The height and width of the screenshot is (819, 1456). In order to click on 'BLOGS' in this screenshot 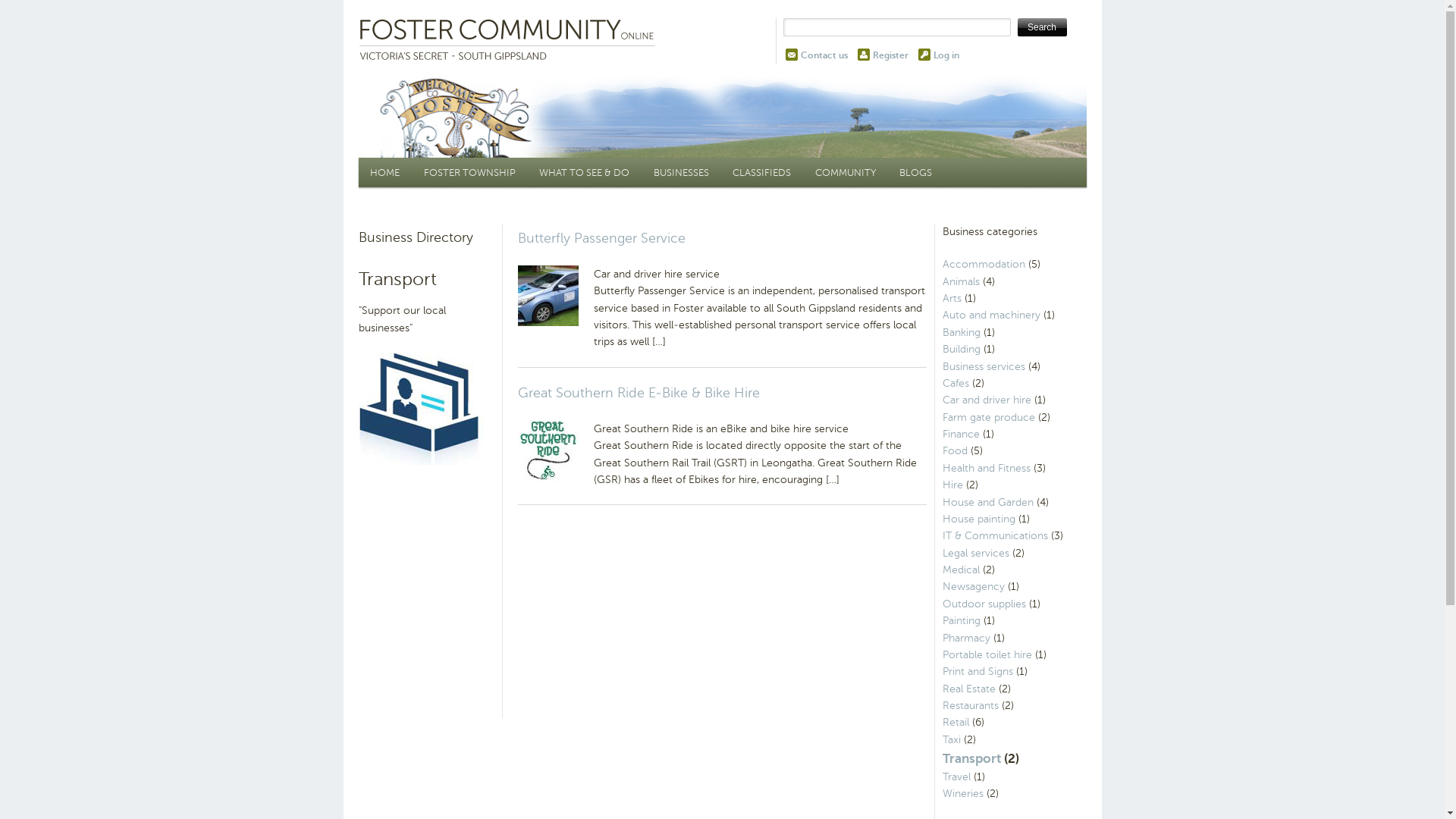, I will do `click(915, 171)`.